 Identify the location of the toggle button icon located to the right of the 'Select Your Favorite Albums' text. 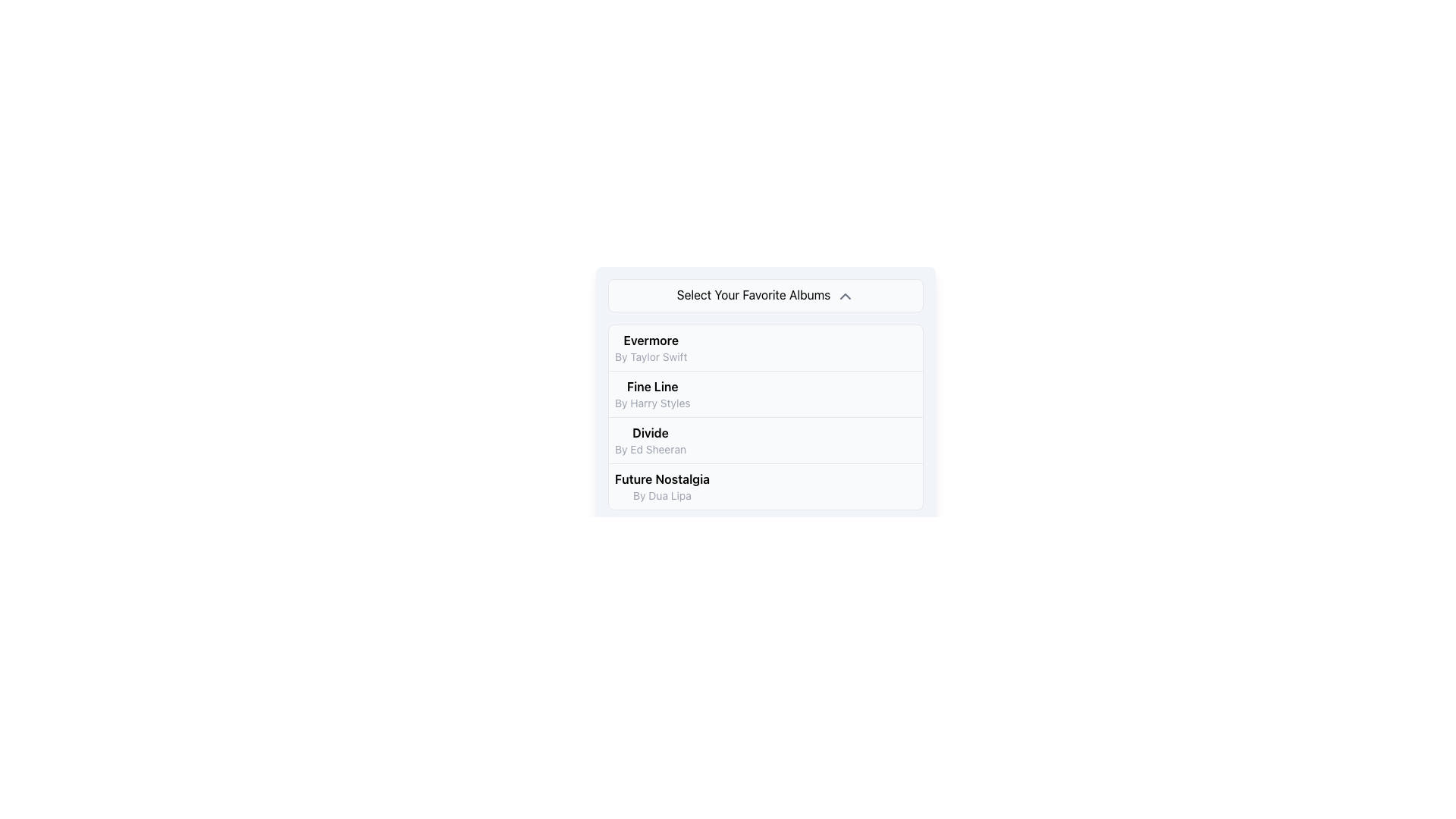
(845, 296).